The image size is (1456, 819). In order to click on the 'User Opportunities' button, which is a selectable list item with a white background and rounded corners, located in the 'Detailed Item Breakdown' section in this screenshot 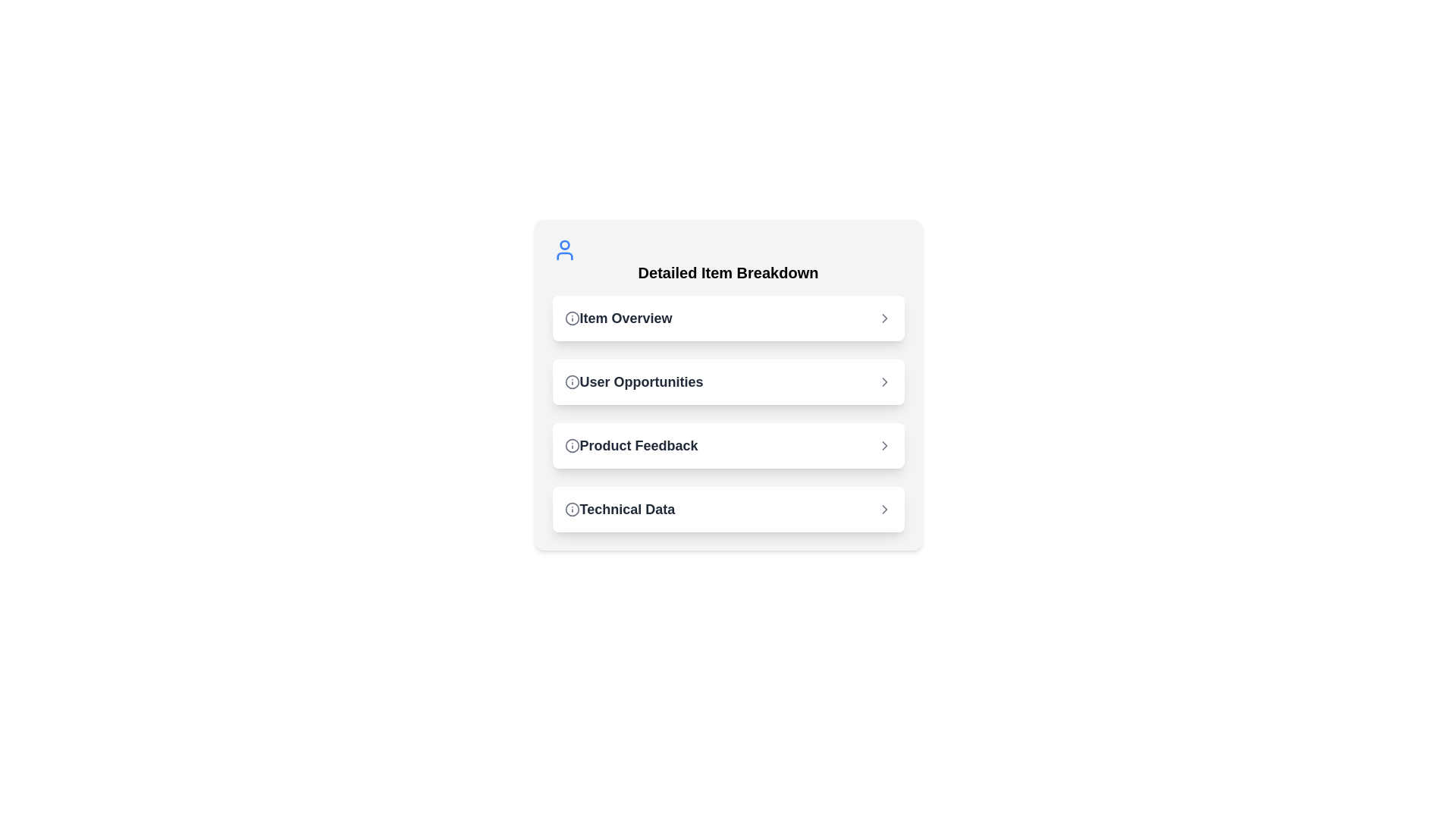, I will do `click(728, 381)`.